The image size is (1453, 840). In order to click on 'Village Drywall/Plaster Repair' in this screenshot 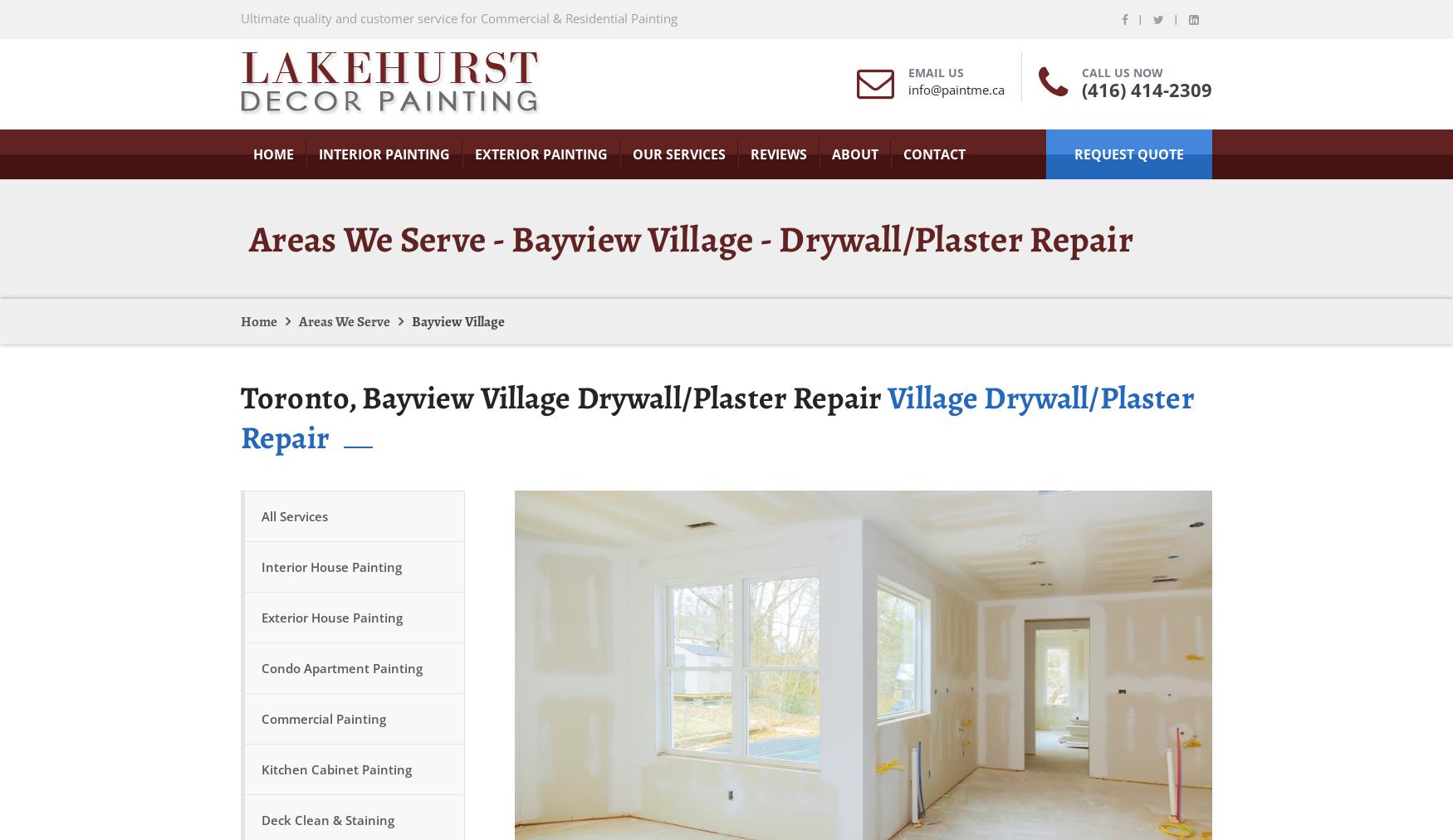, I will do `click(717, 417)`.